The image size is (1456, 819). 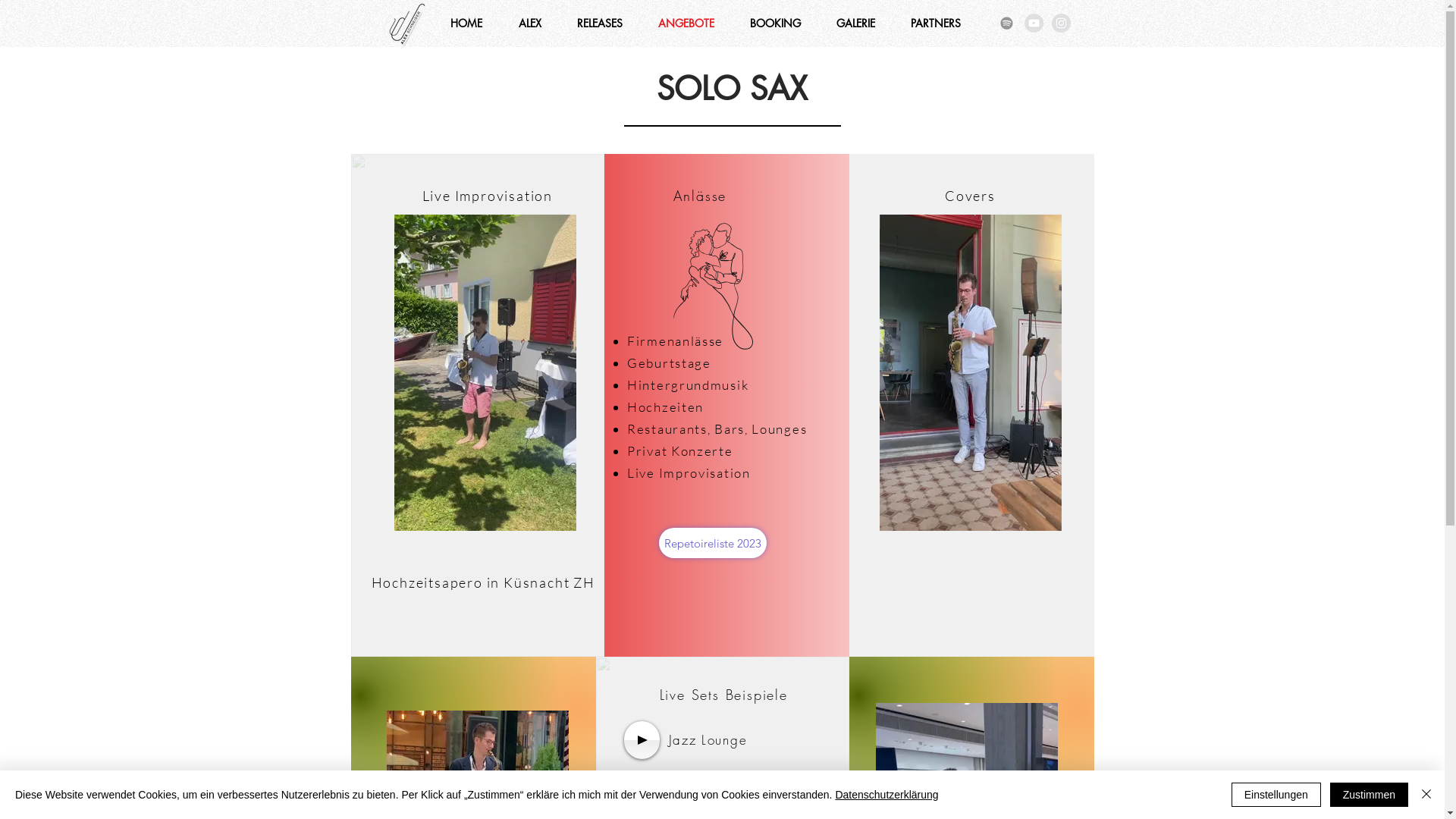 I want to click on 'BOOKING', so click(x=775, y=23).